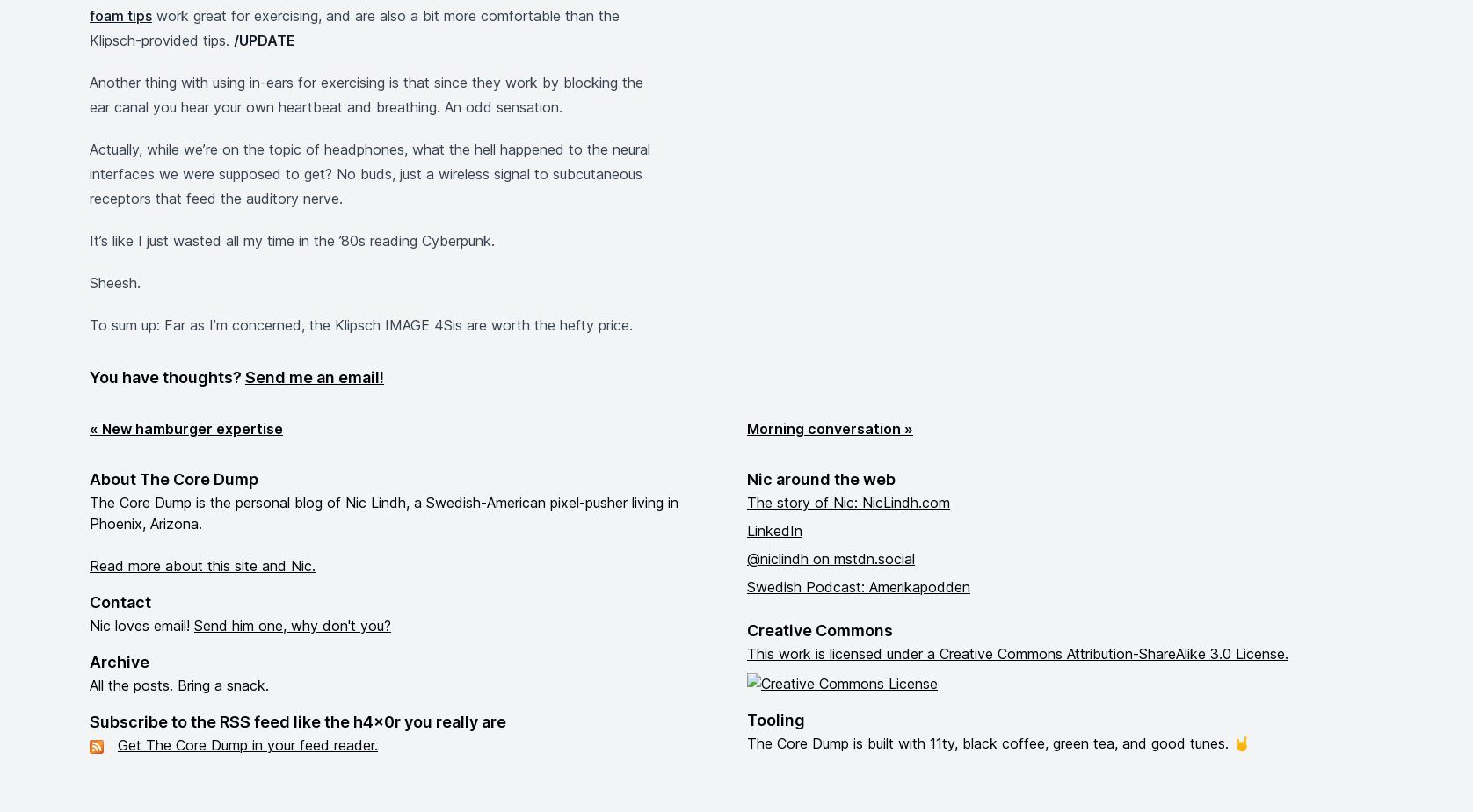  Describe the element at coordinates (370, 174) in the screenshot. I see `'Actually, while we’re on the topic of headphones, what the hell happened to the neural interfaces we were supposed to get? No buds, just a wireless signal to subcutaneous receptors that feed the auditory nerve.'` at that location.